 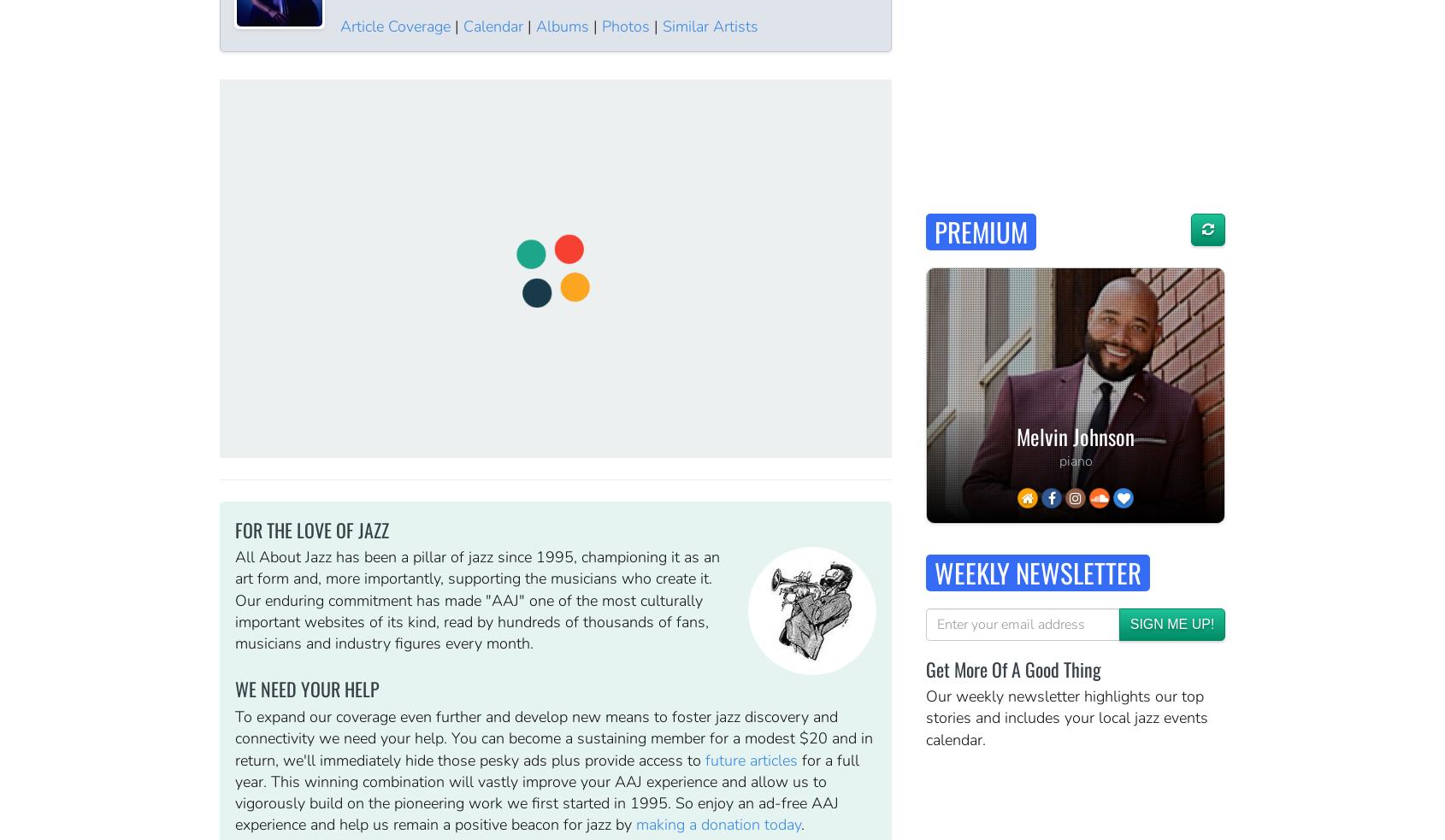 What do you see at coordinates (981, 231) in the screenshot?
I see `'Premium'` at bounding box center [981, 231].